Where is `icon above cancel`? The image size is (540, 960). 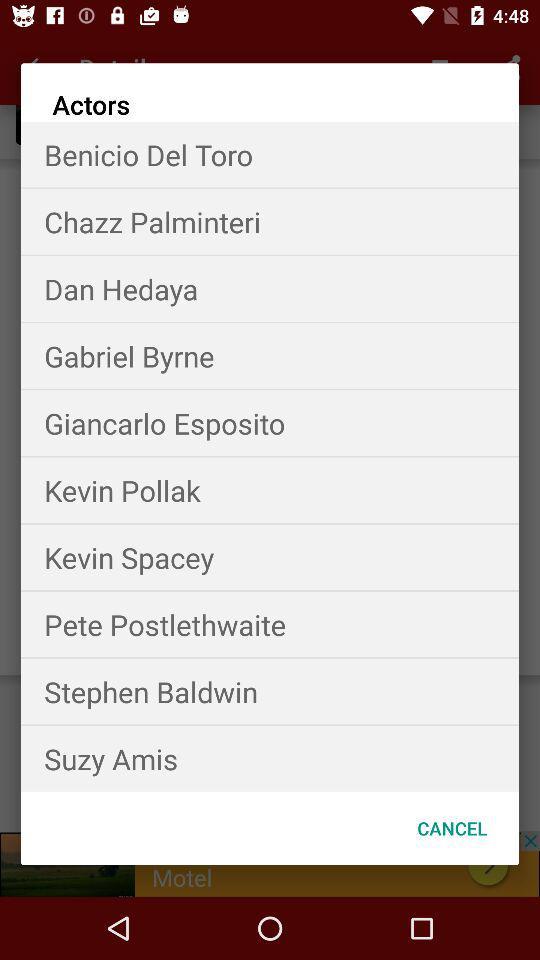 icon above cancel is located at coordinates (270, 757).